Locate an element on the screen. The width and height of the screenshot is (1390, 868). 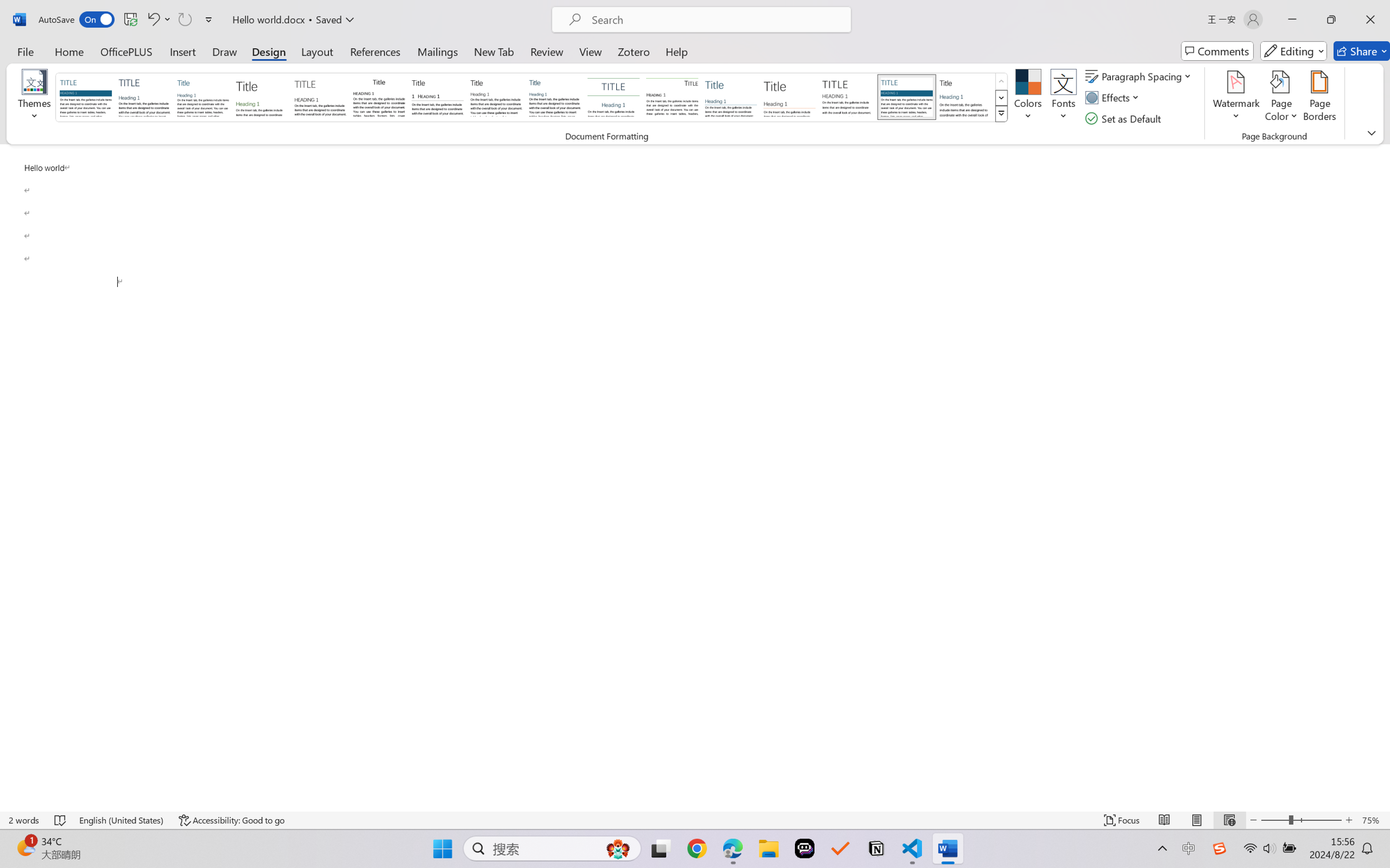
'Page Borders...' is located at coordinates (1319, 98).